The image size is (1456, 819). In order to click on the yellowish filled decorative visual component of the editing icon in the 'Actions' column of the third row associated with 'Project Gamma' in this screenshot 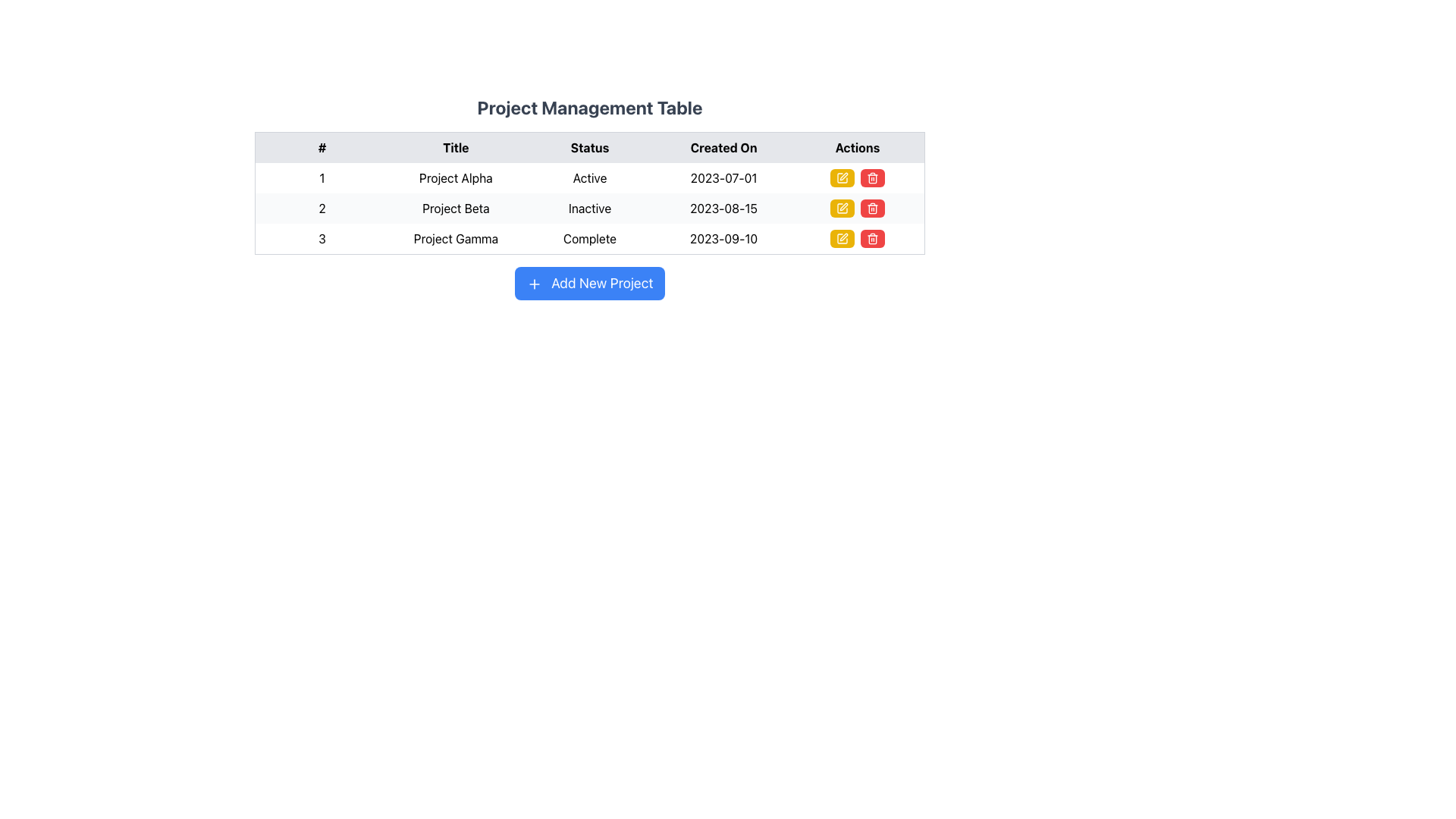, I will do `click(841, 239)`.